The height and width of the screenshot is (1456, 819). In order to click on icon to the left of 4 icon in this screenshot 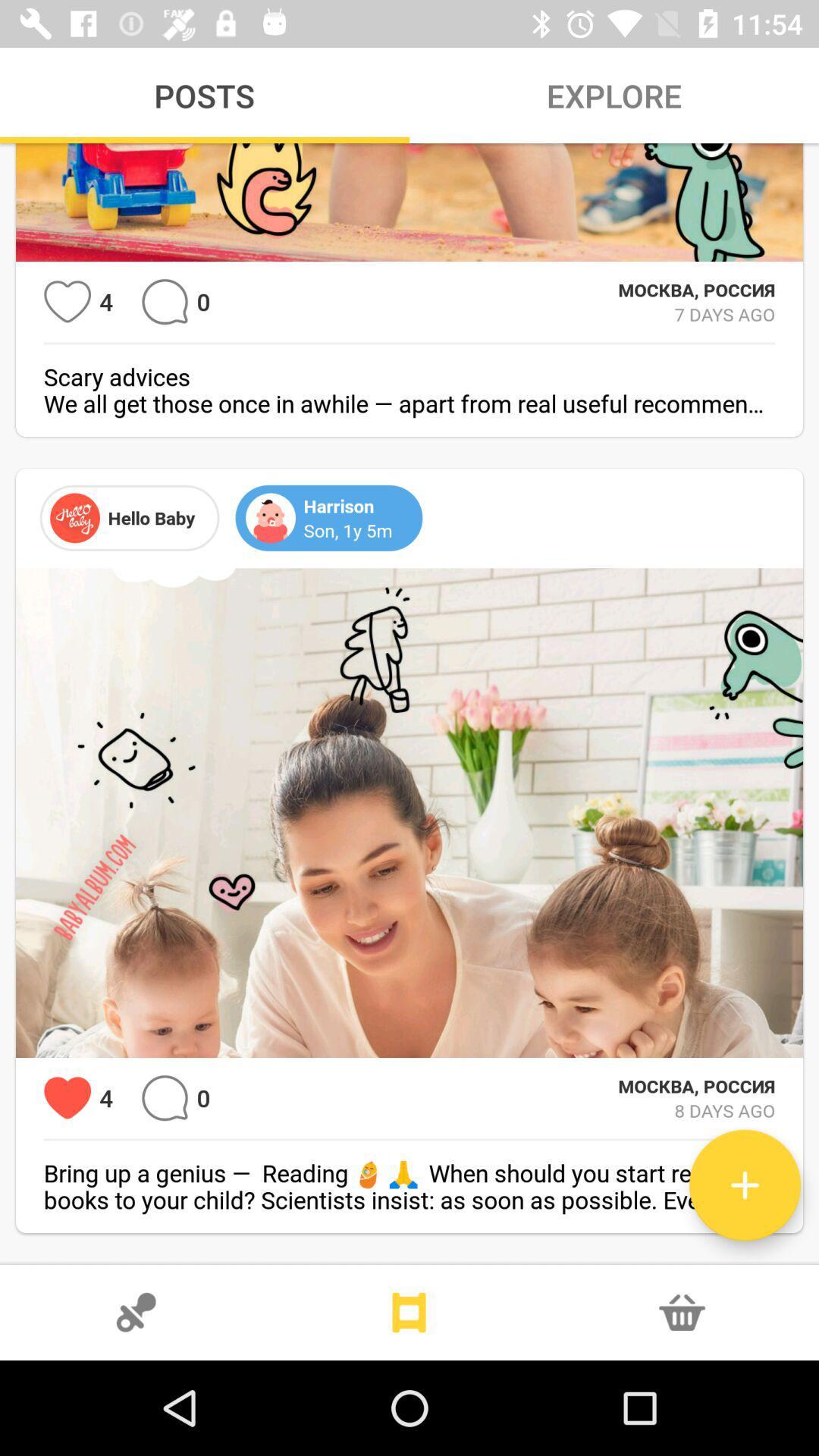, I will do `click(67, 1098)`.